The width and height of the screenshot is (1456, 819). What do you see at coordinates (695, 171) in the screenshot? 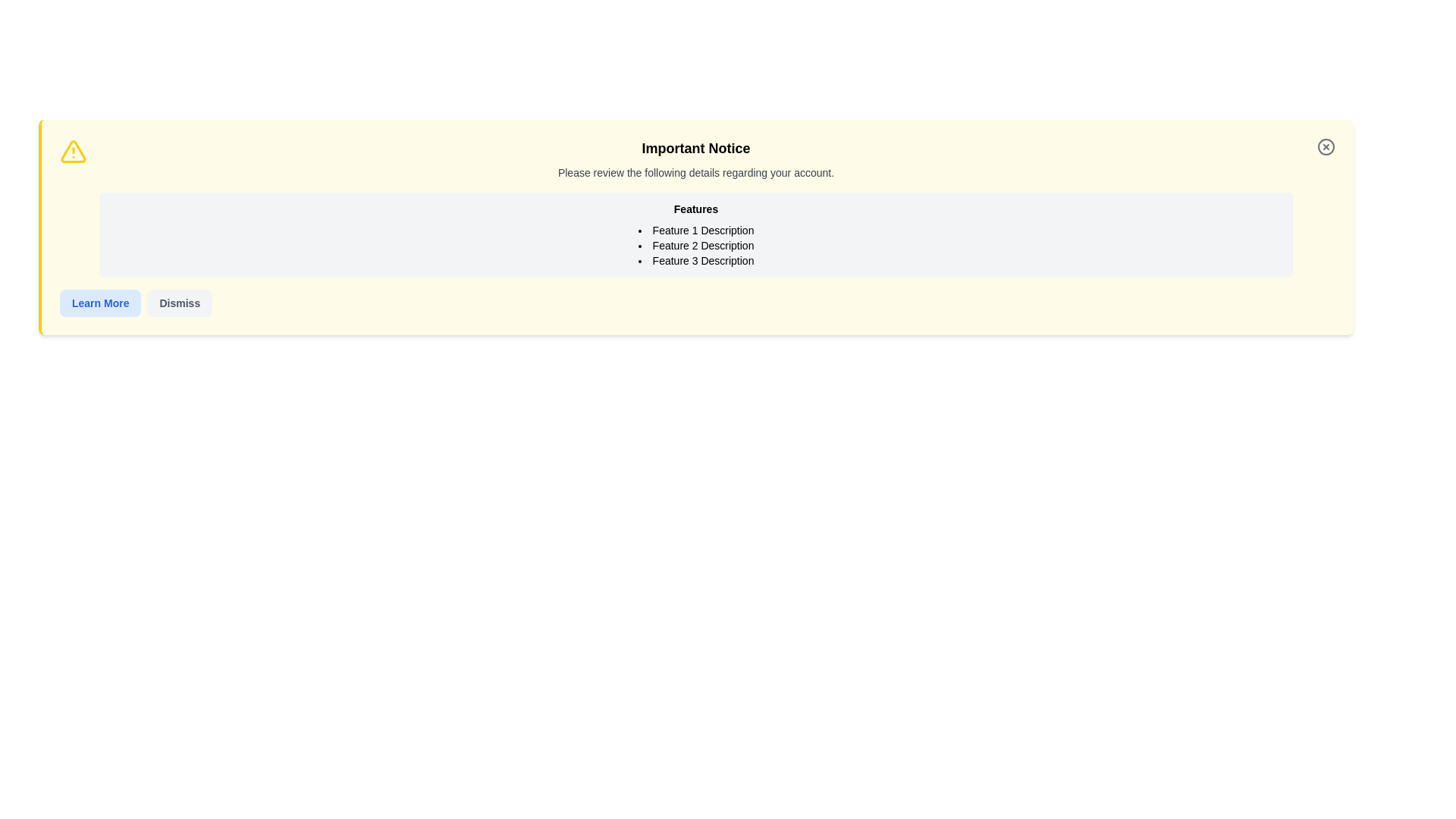
I see `the informational text element prompting users to review their account details, located above the 'Features' section and following the 'Important Notice' heading` at bounding box center [695, 171].